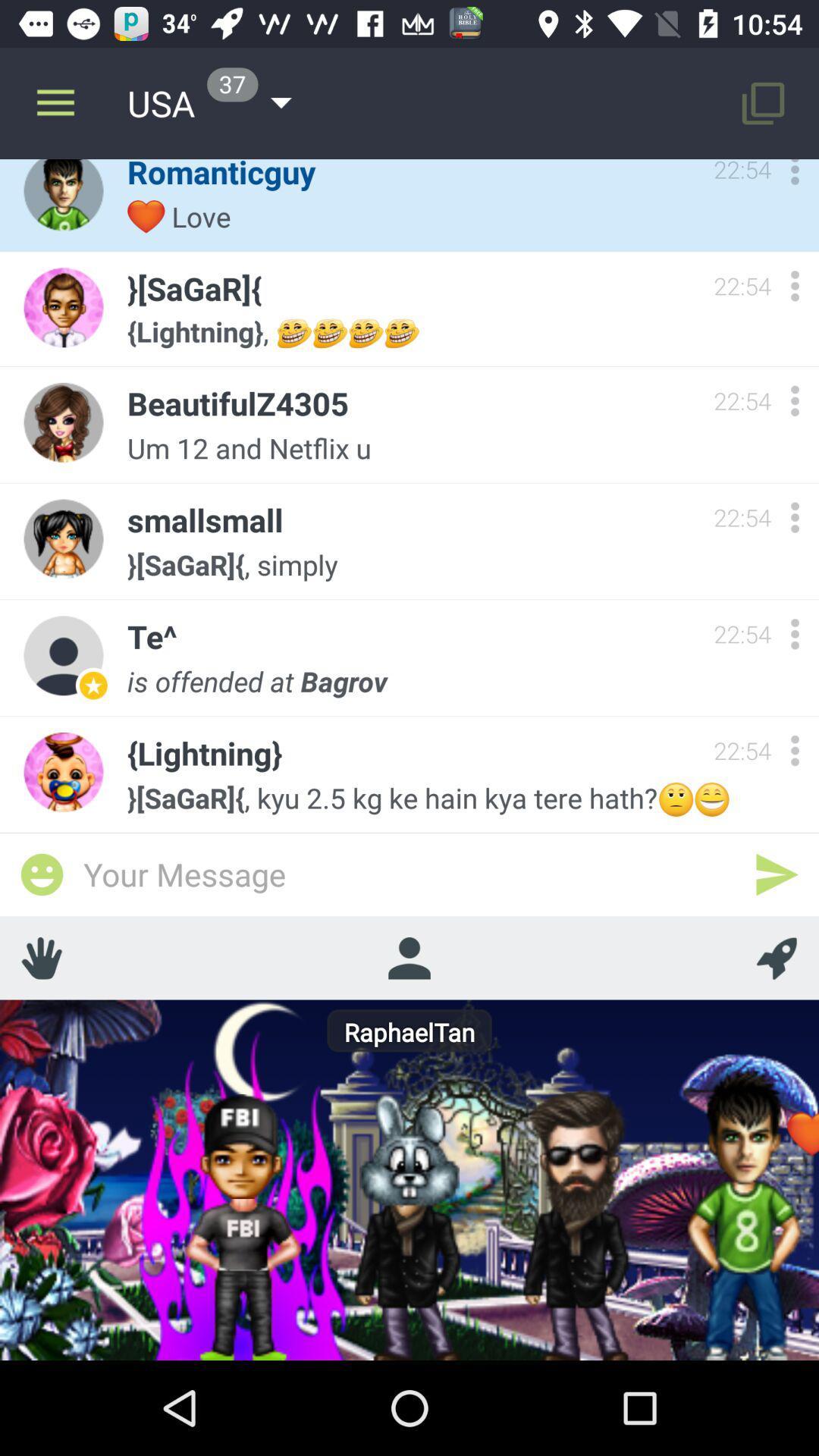 The height and width of the screenshot is (1456, 819). What do you see at coordinates (409, 874) in the screenshot?
I see `field to enter message` at bounding box center [409, 874].